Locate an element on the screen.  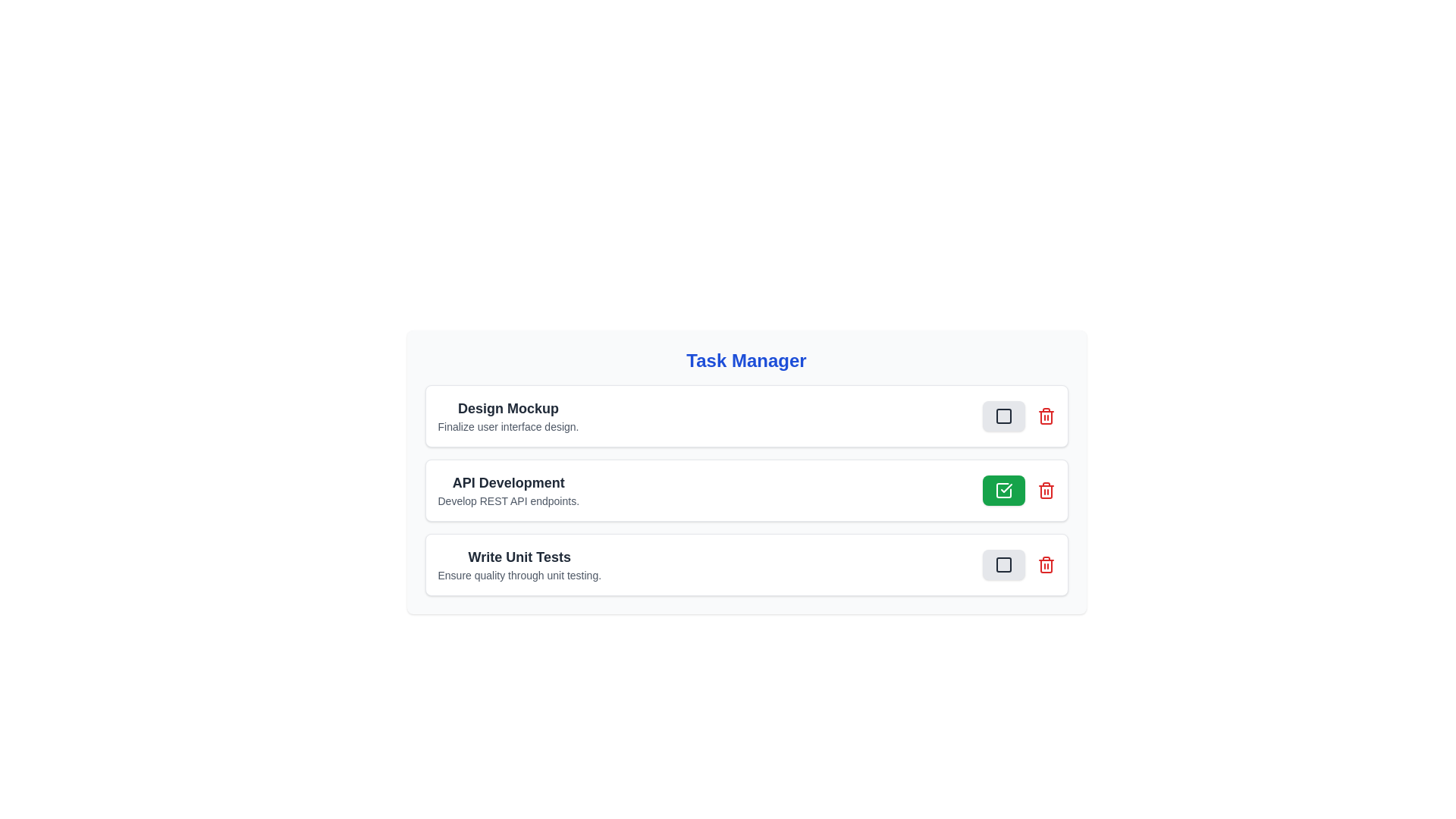
the task header for 'Develop REST API endpoints' is located at coordinates (508, 482).